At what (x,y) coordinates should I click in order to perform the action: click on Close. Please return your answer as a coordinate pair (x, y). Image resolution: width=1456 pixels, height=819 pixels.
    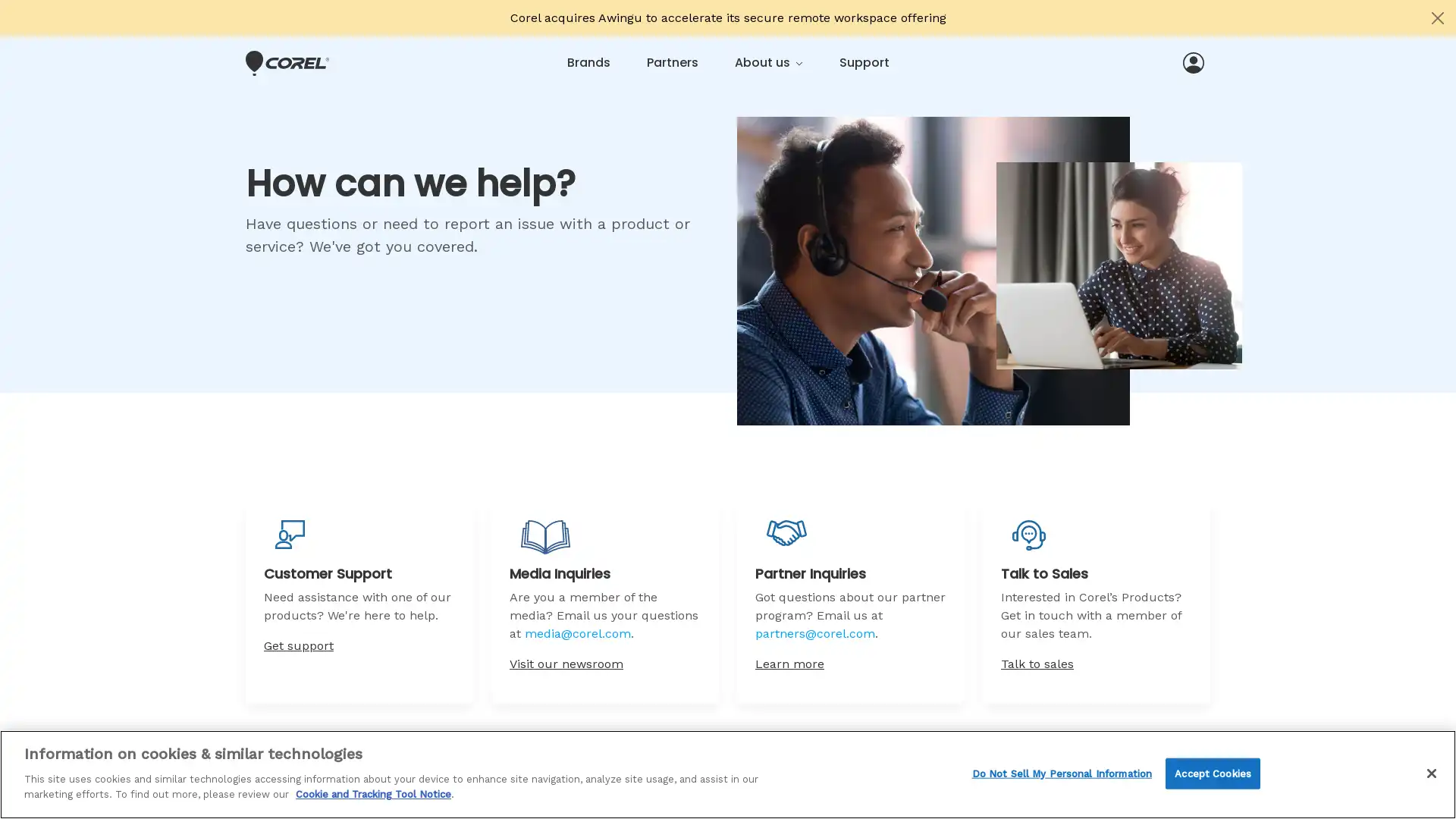
    Looking at the image, I should click on (1430, 772).